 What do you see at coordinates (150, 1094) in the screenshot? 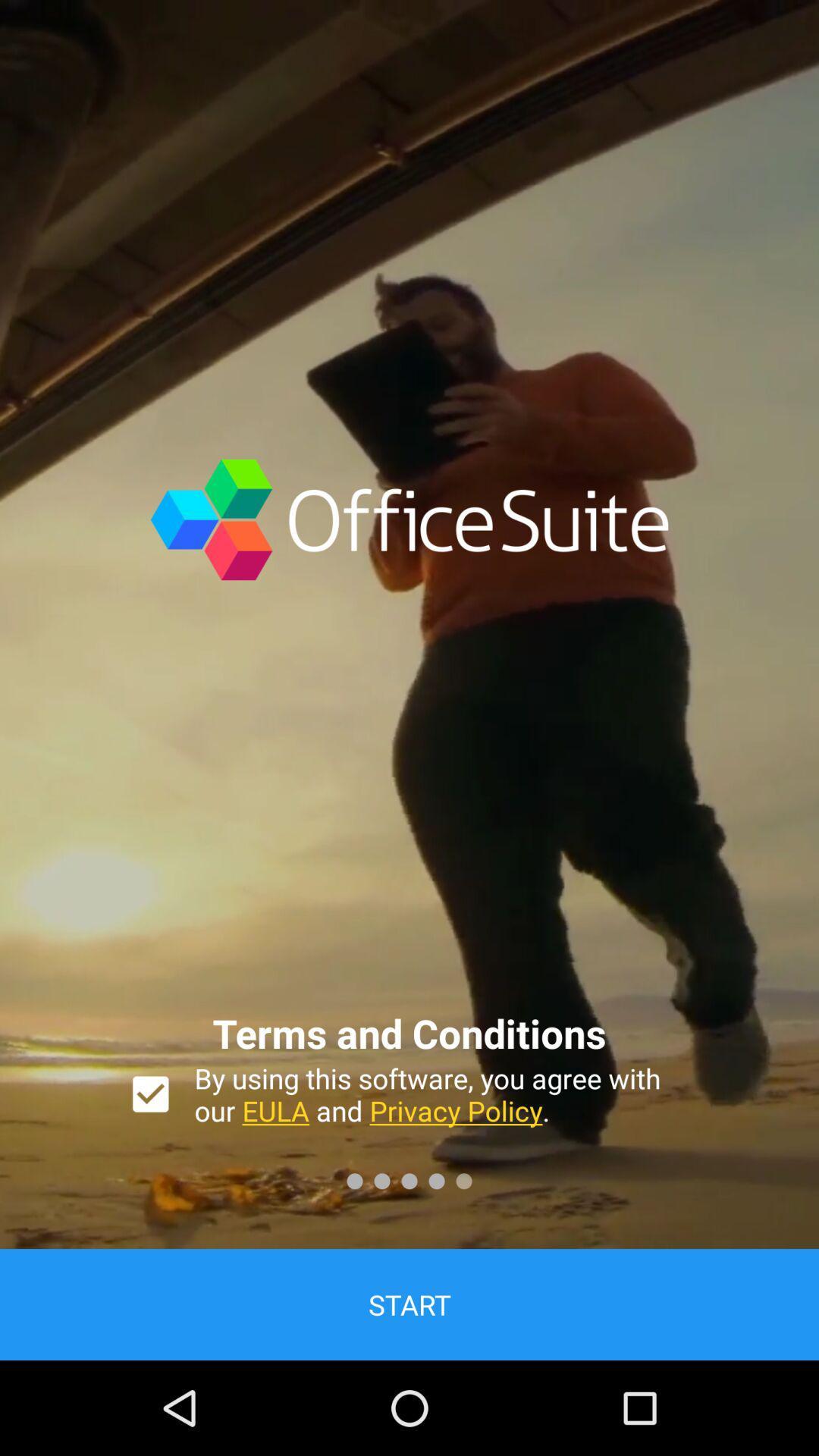
I see `the check box` at bounding box center [150, 1094].